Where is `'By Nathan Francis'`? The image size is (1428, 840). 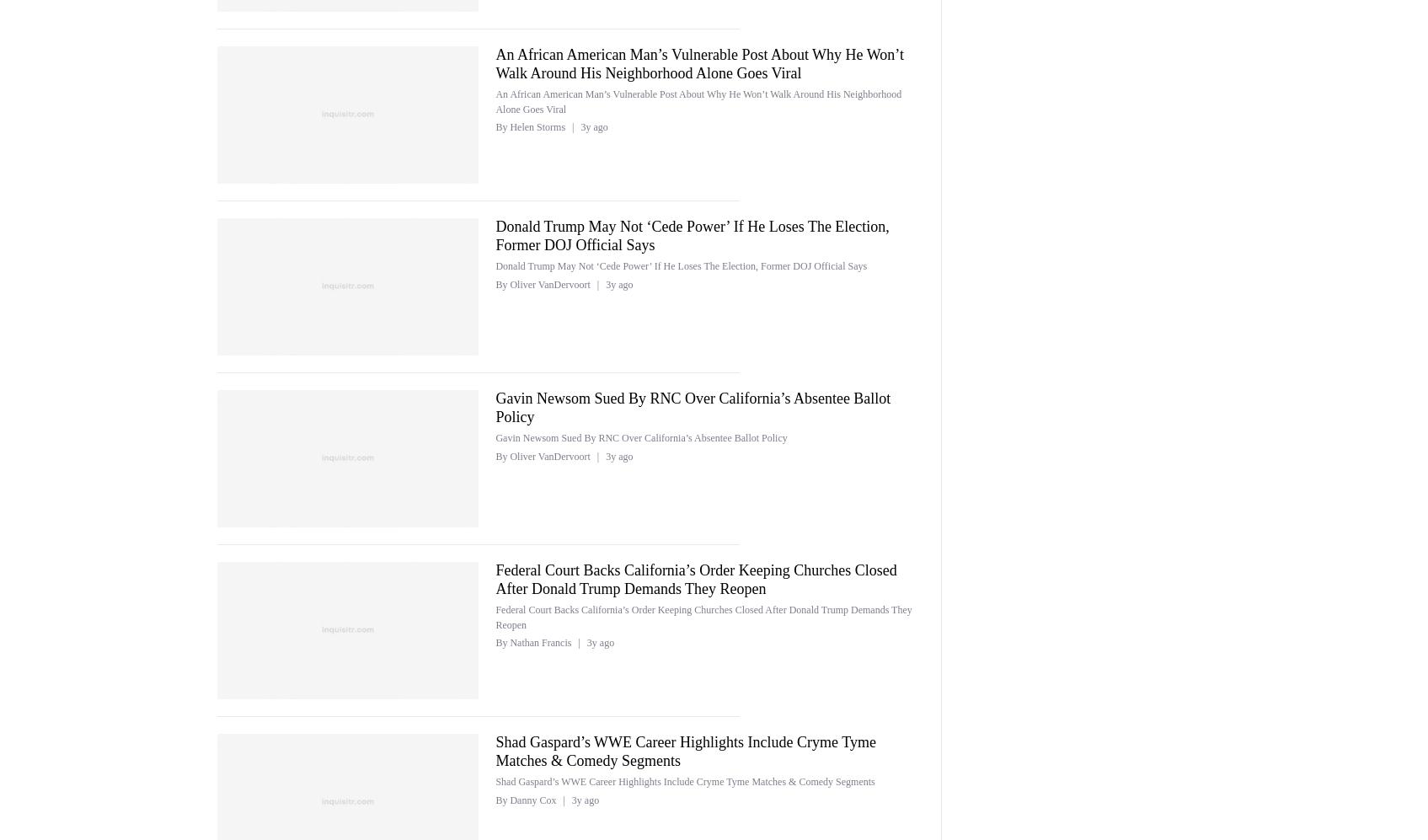 'By Nathan Francis' is located at coordinates (533, 643).